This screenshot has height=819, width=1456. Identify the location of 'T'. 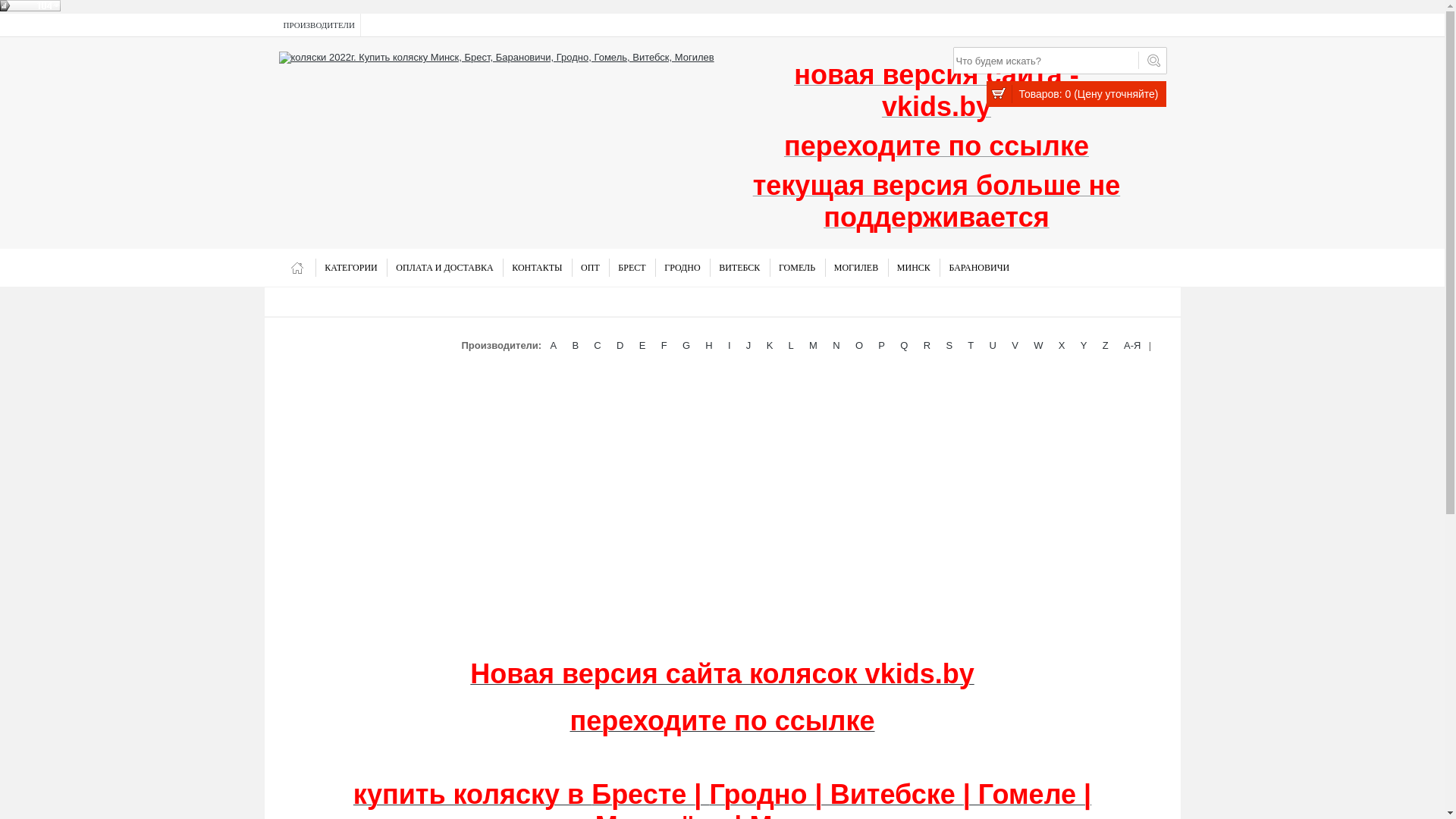
(963, 345).